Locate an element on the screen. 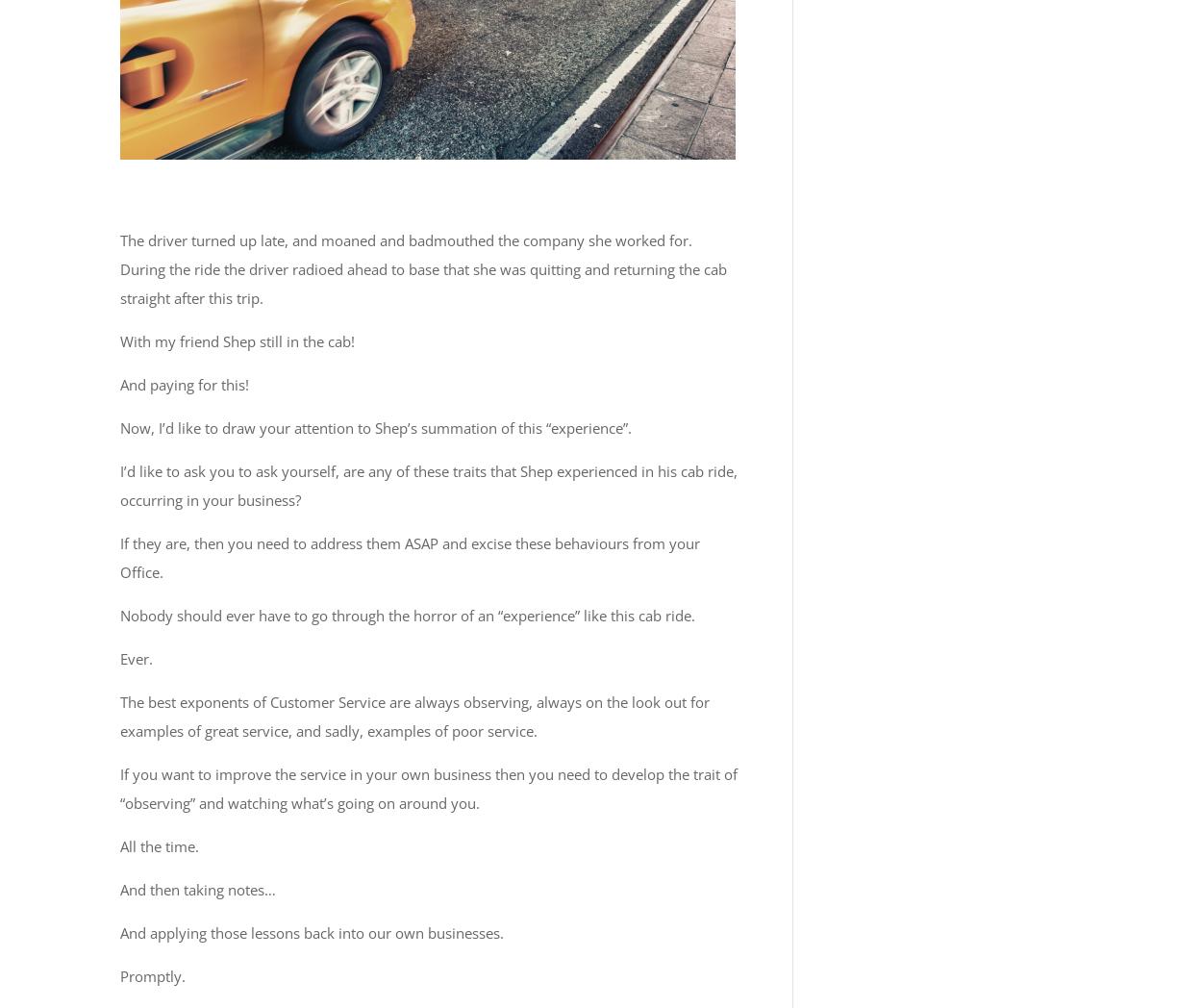  'The best exponents of Customer Service are always observing, always on the look out for examples of great service, and sadly, examples of poor service.' is located at coordinates (414, 715).